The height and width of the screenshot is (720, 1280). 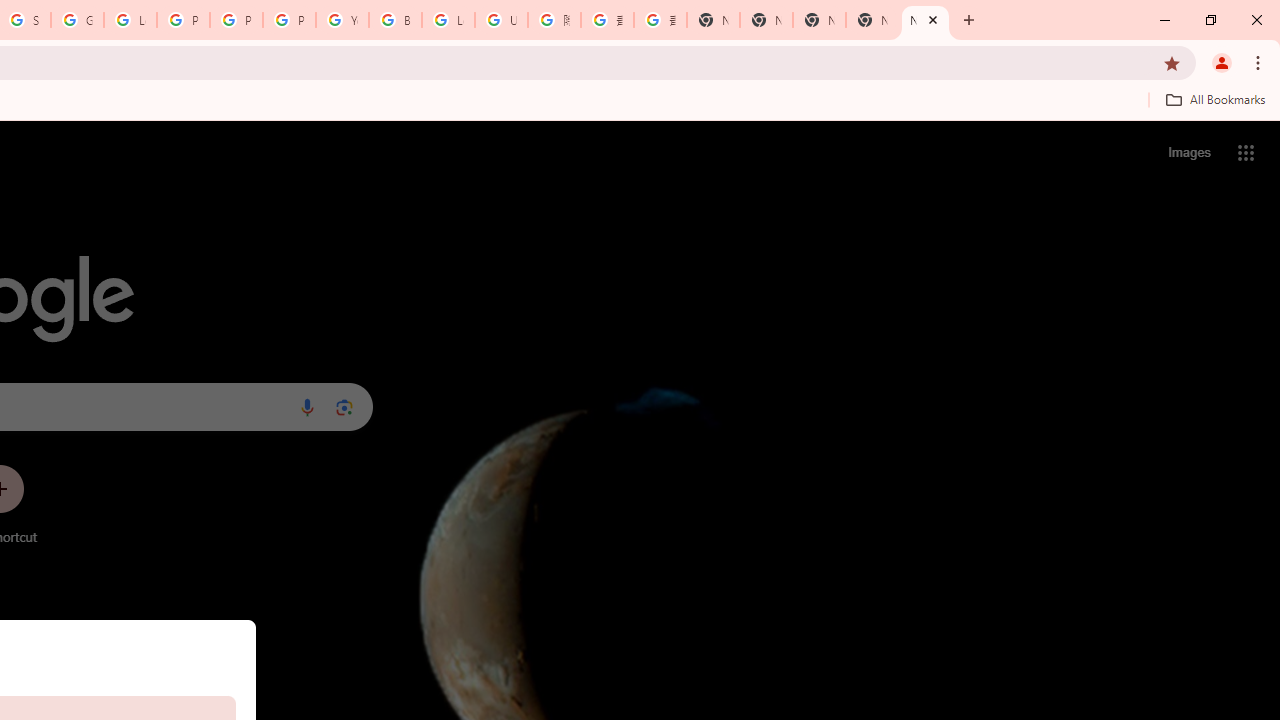 What do you see at coordinates (924, 20) in the screenshot?
I see `'New Tab'` at bounding box center [924, 20].